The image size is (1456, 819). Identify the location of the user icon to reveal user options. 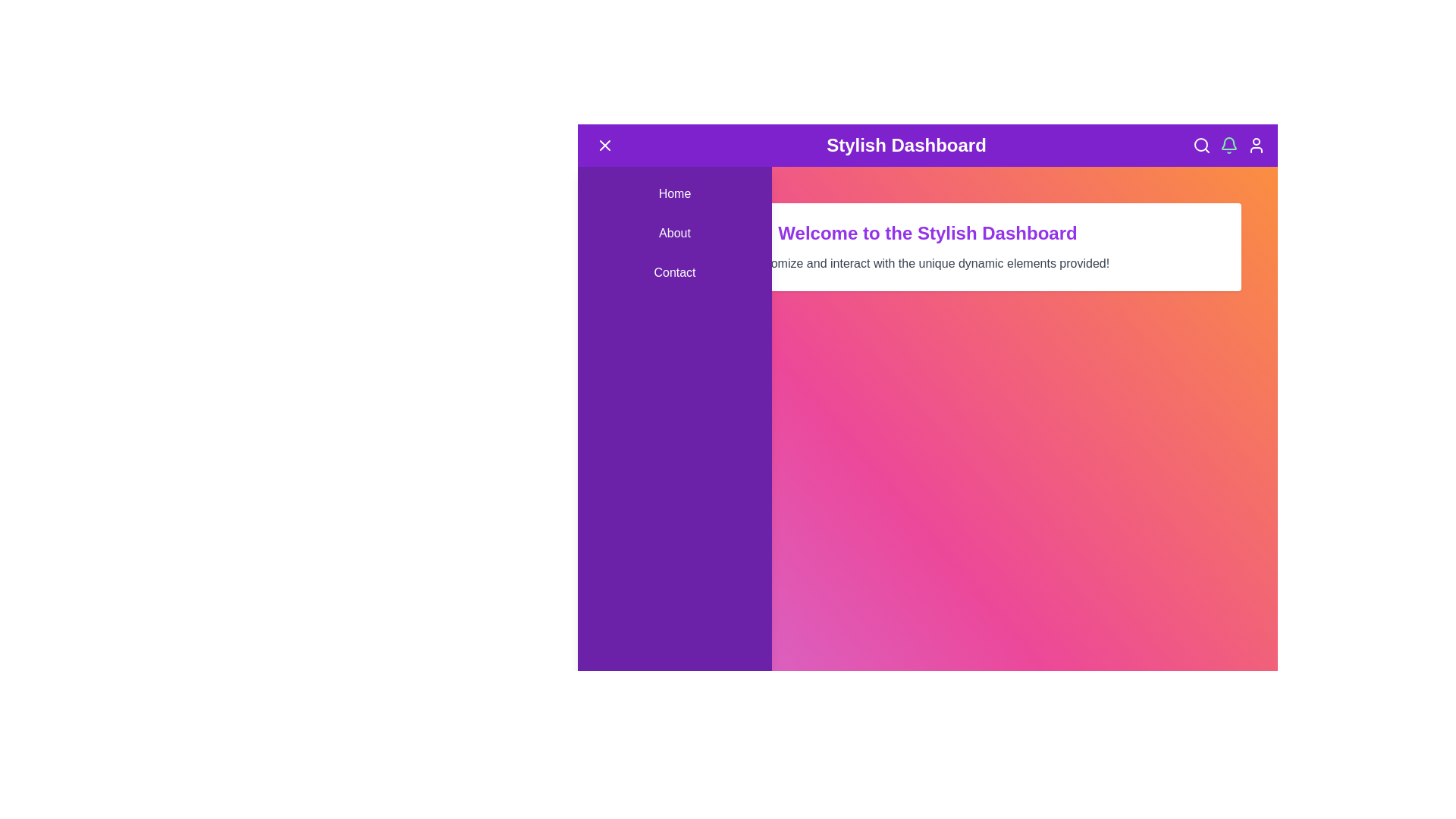
(1256, 146).